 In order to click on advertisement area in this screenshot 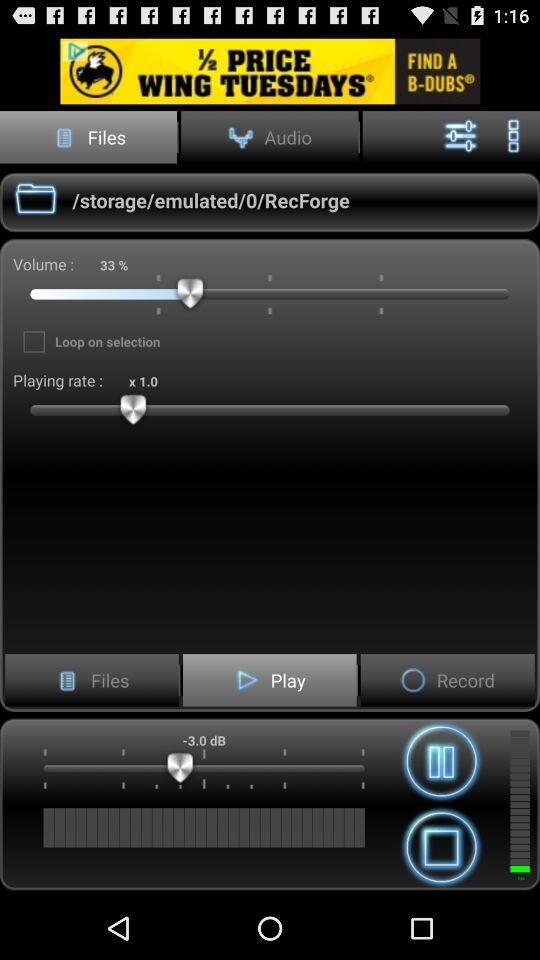, I will do `click(270, 71)`.